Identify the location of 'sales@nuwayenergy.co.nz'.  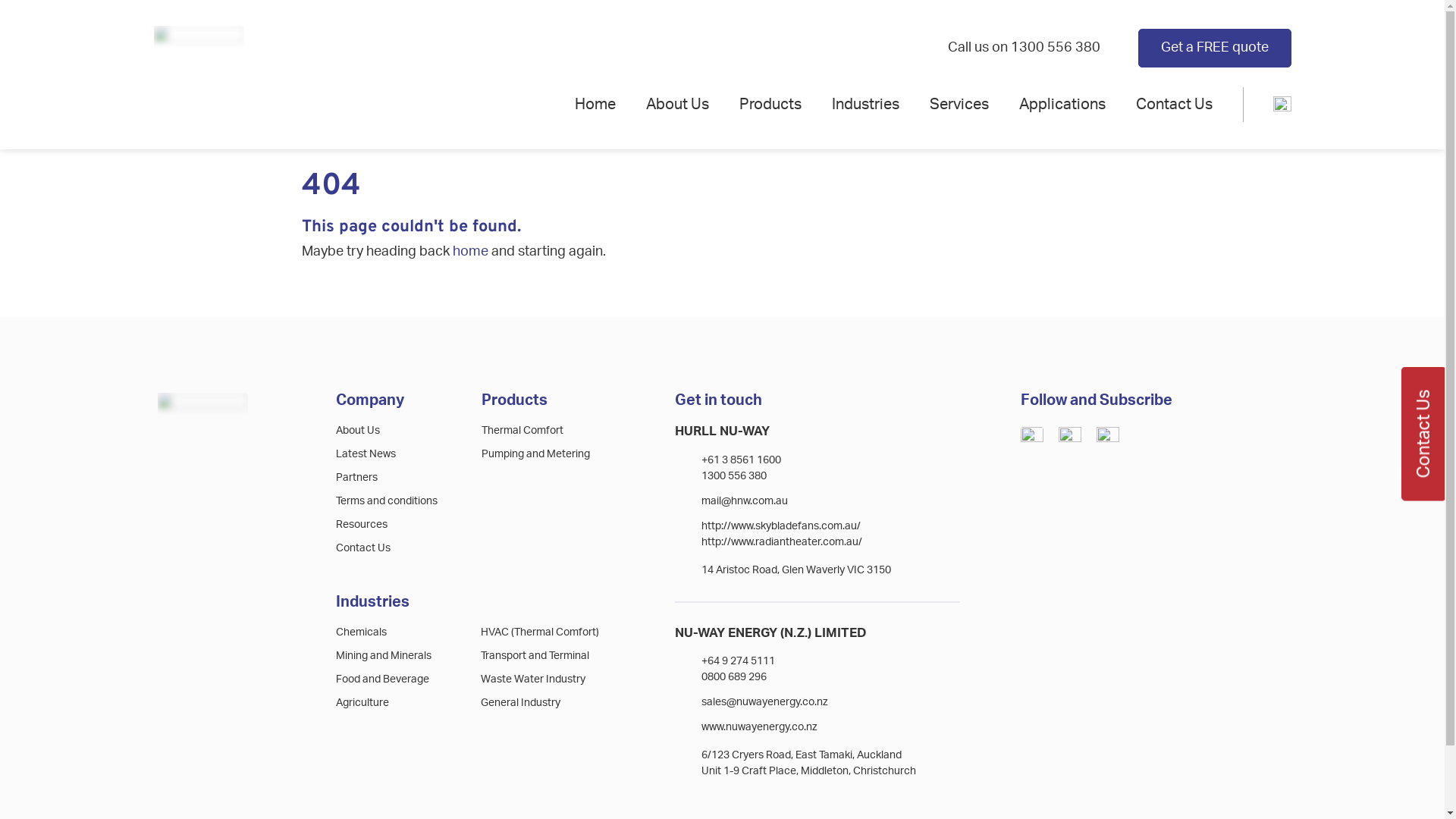
(764, 701).